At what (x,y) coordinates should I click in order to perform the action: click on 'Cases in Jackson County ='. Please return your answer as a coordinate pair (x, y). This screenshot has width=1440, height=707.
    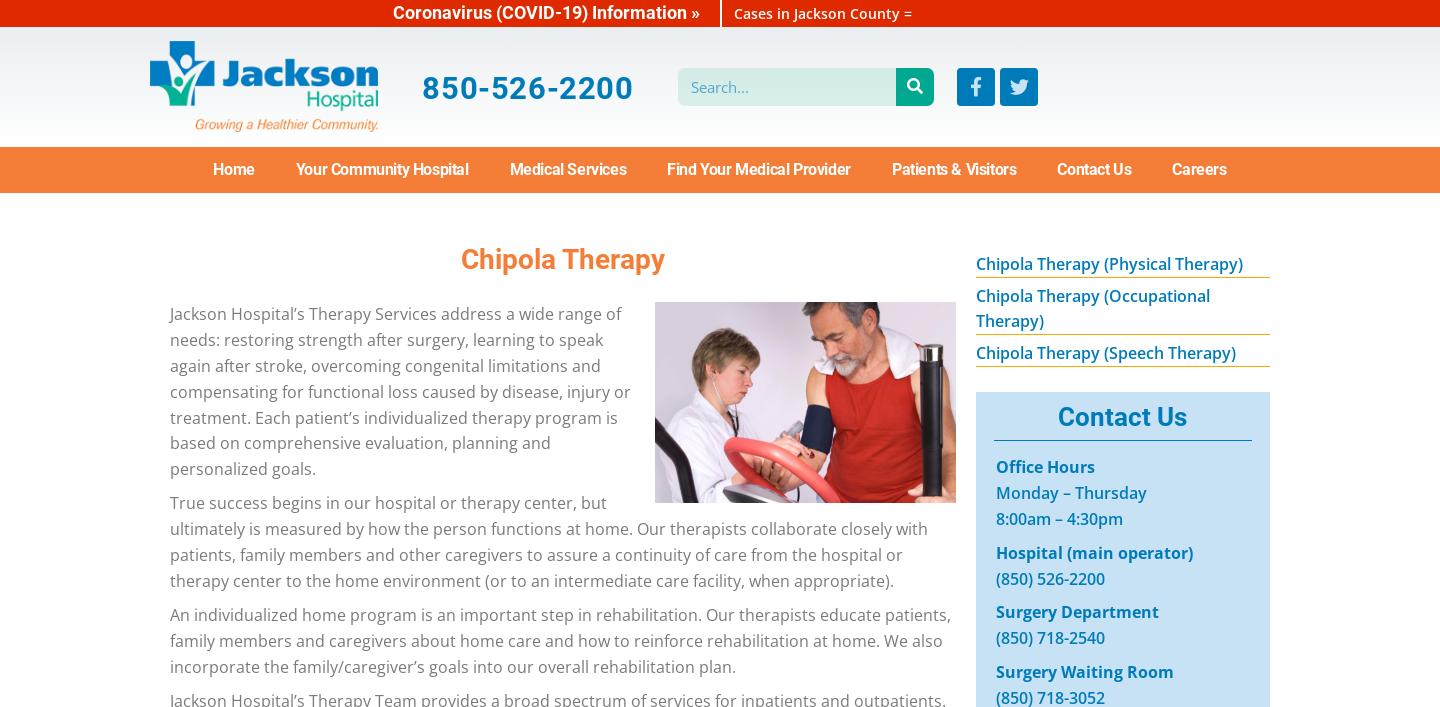
    Looking at the image, I should click on (822, 12).